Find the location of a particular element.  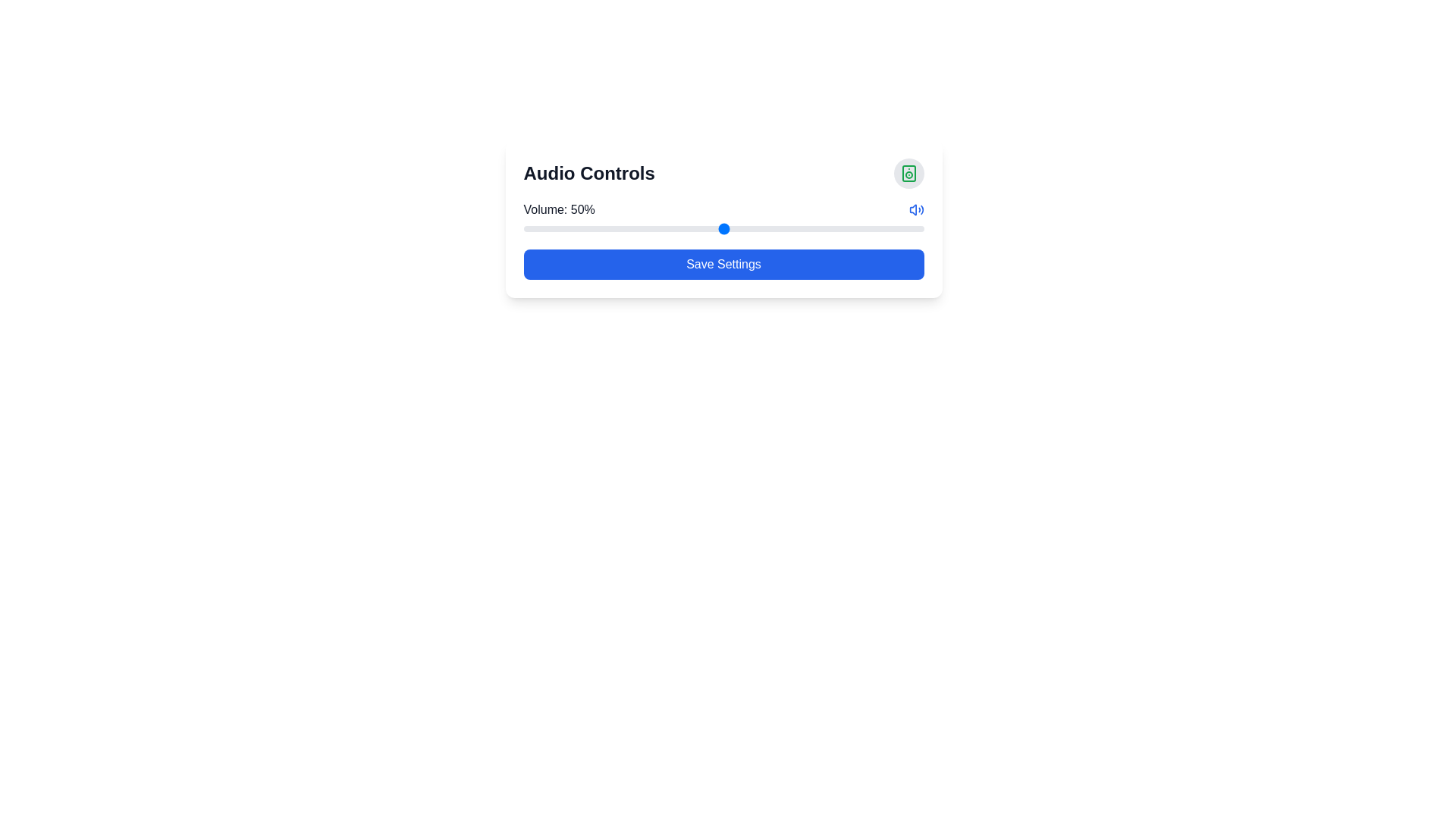

the volume is located at coordinates (748, 228).